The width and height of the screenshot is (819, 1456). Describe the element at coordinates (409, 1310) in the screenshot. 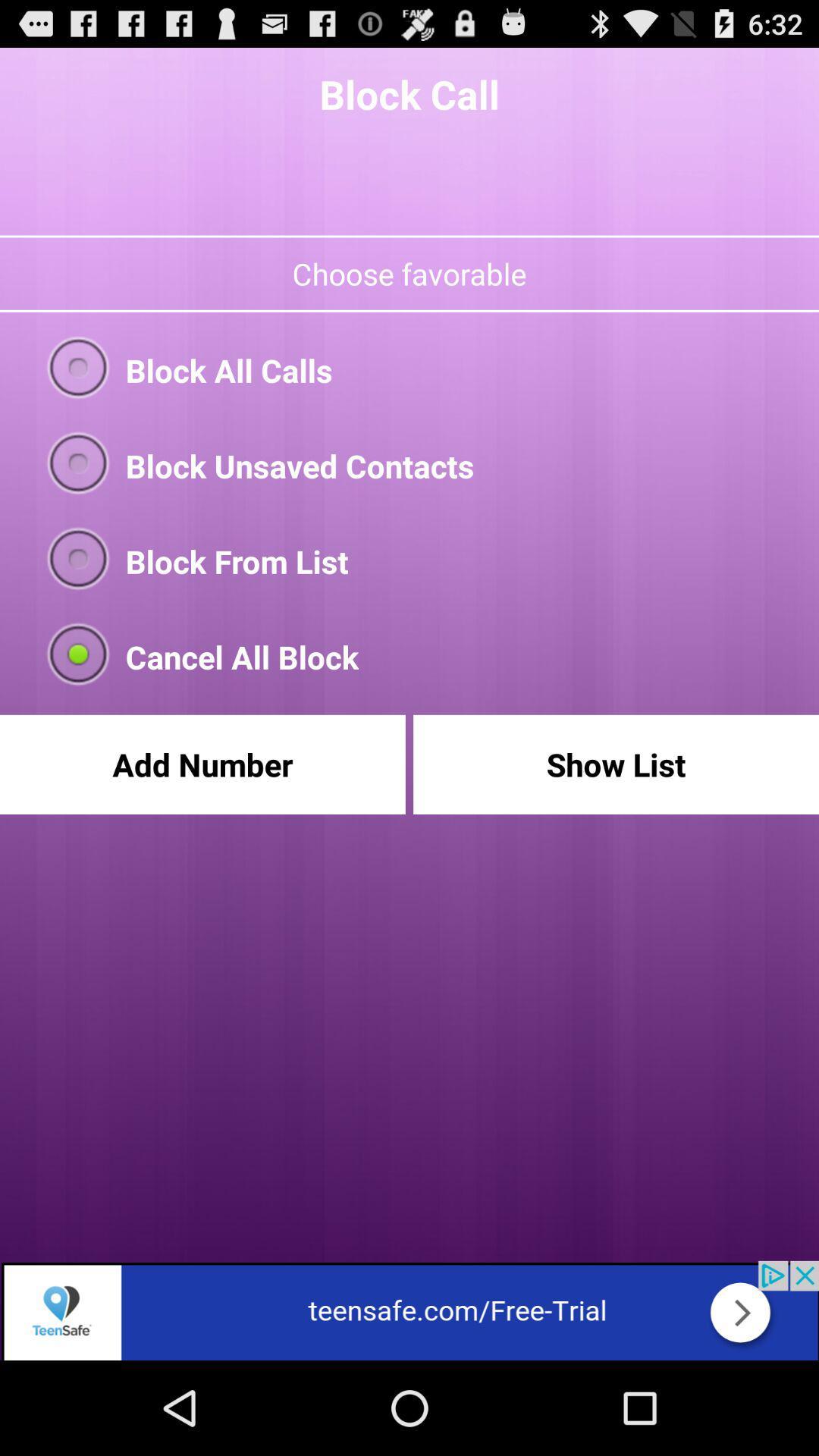

I see `teensafe app trial` at that location.